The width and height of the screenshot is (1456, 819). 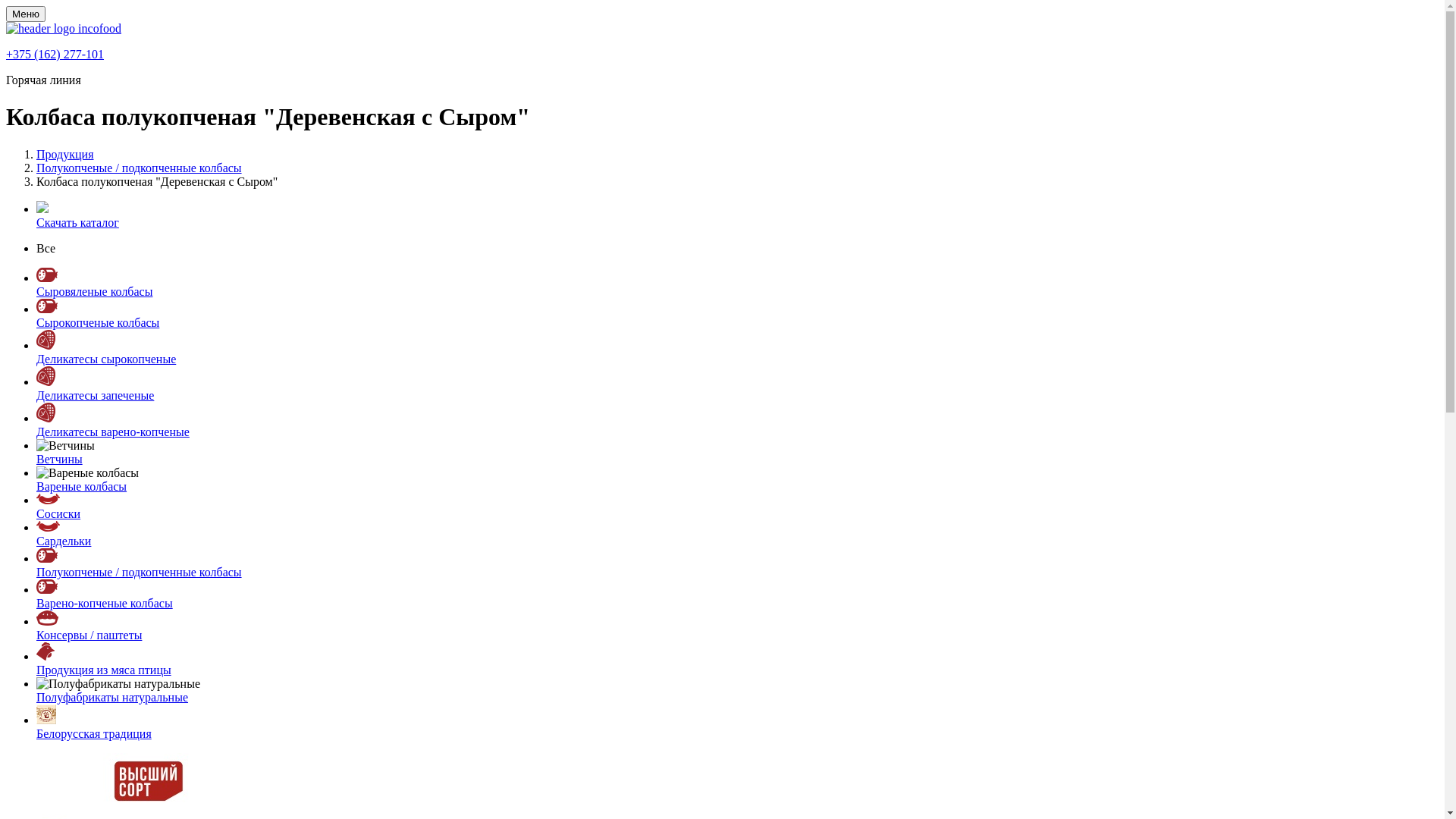 I want to click on 'header logo', so click(x=62, y=28).